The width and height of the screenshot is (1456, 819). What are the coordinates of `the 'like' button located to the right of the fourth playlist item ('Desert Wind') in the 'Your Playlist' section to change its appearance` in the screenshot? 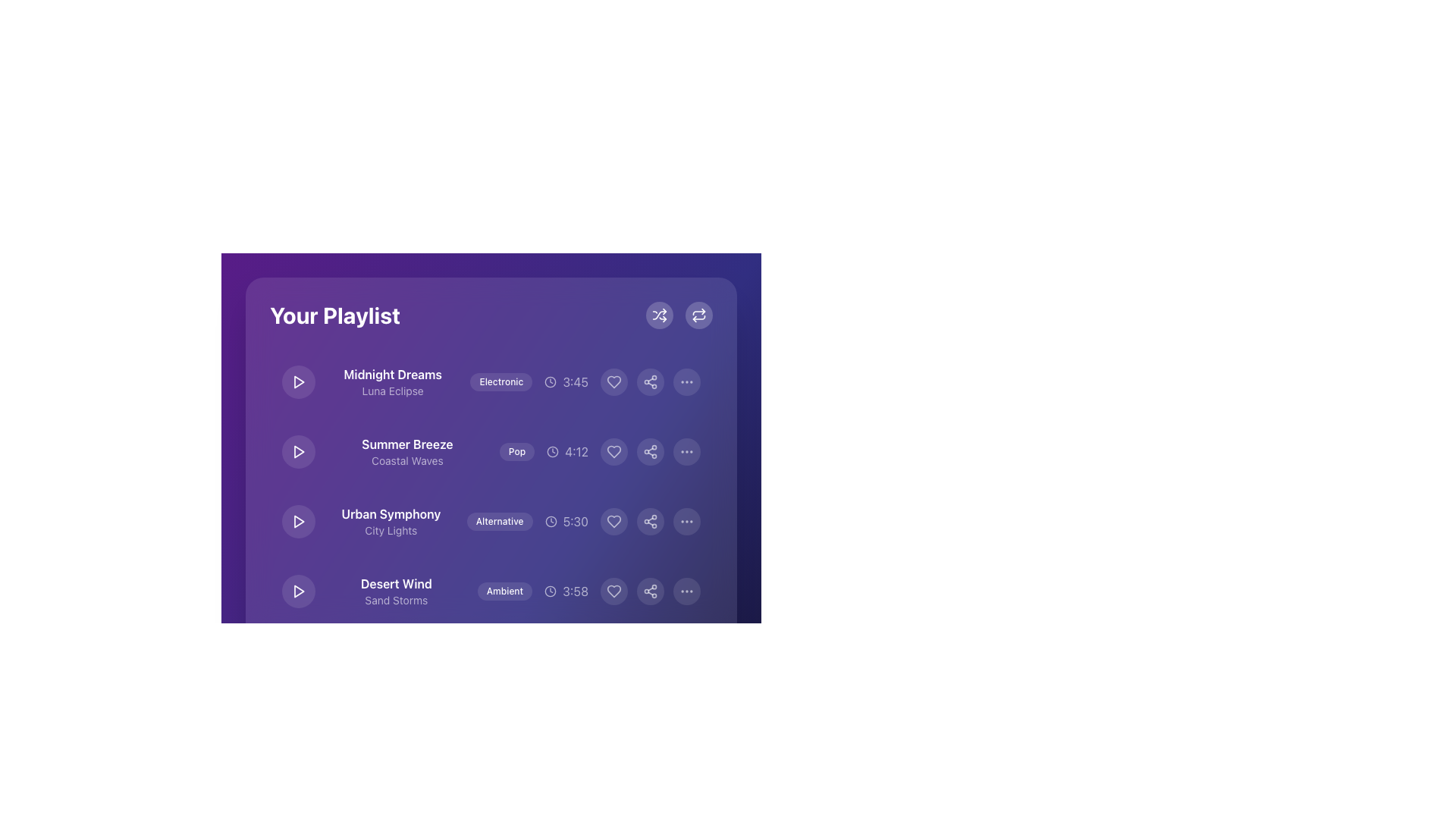 It's located at (614, 590).